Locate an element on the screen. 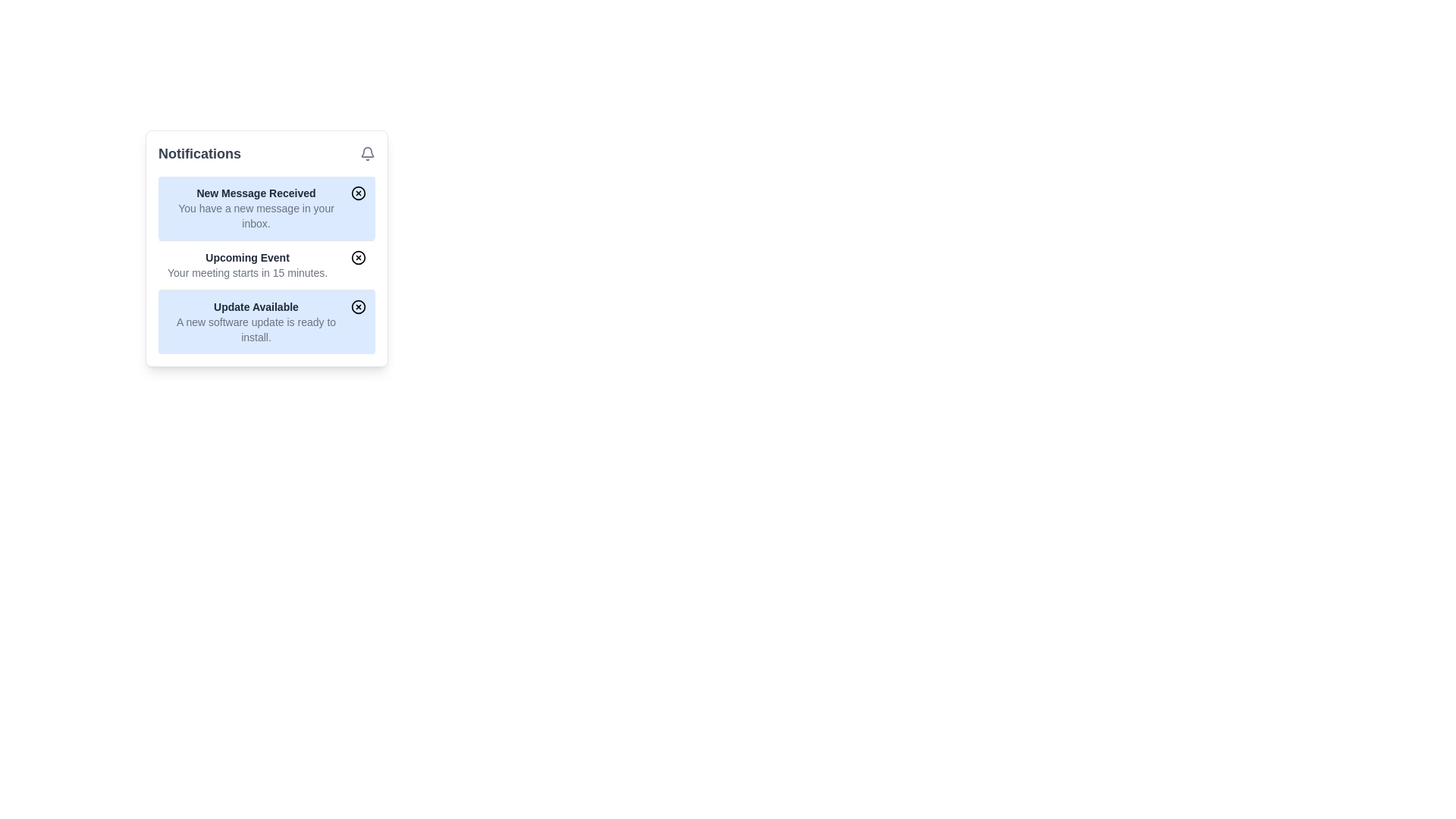 The width and height of the screenshot is (1456, 819). notification card displaying 'New Message Received' and 'You have a new message in your inbox.' is located at coordinates (266, 208).